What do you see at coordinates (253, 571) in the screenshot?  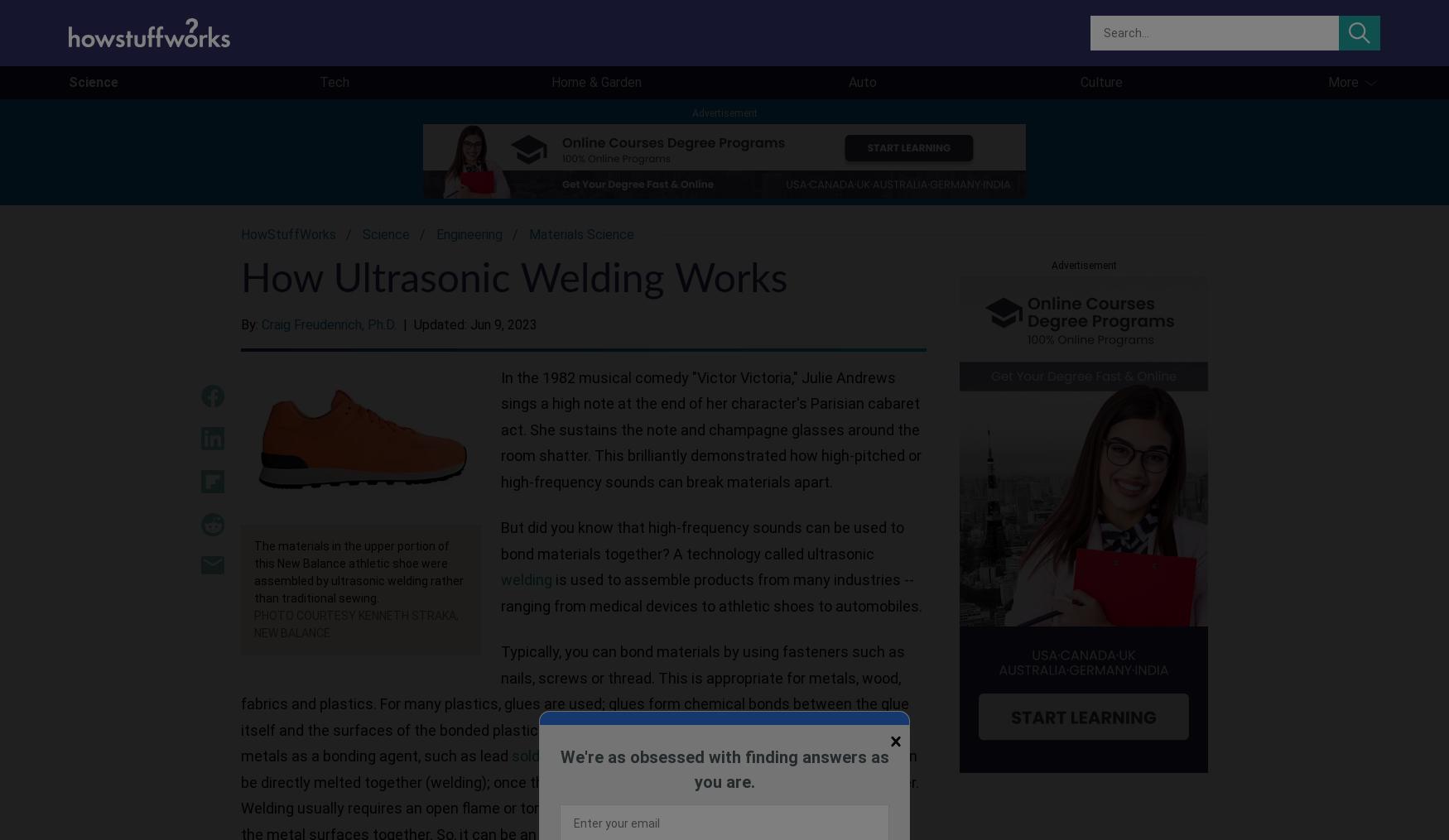 I see `'The materials in the upper portion of this New Balance athletic shoe were assembled by ultrasonic welding rather than traditional sewing.'` at bounding box center [253, 571].